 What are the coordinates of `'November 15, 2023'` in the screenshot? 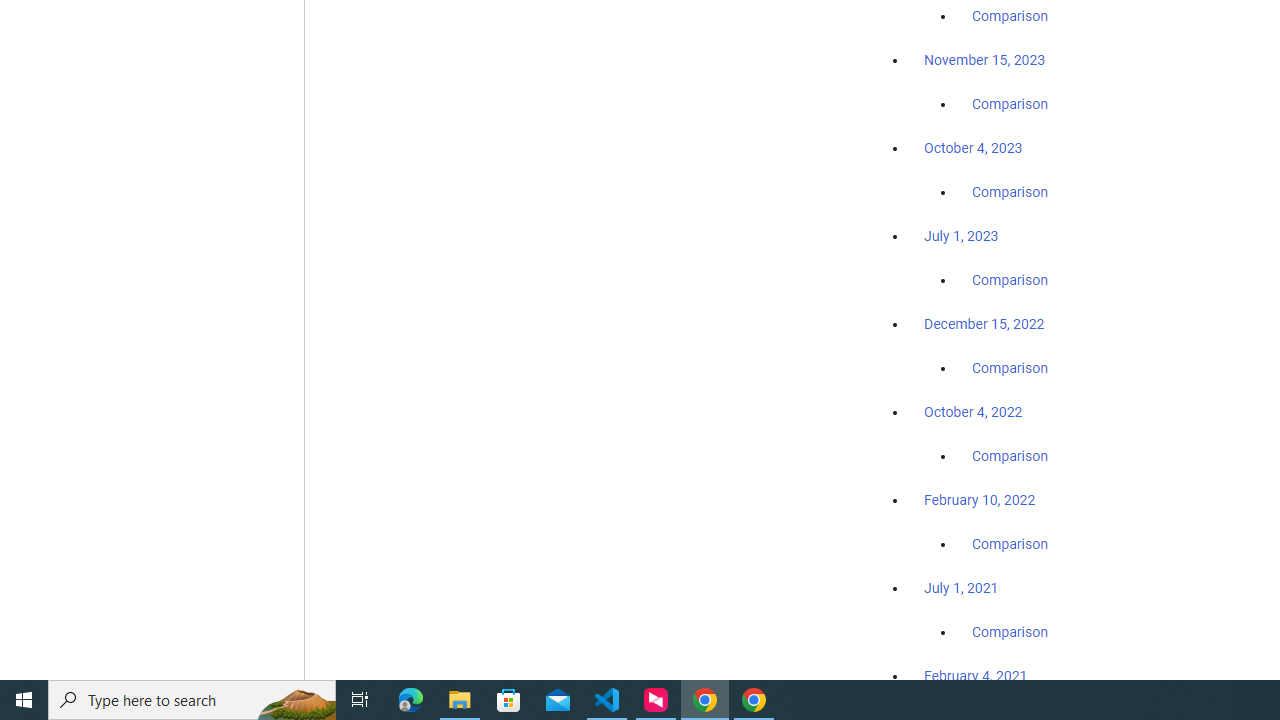 It's located at (984, 59).